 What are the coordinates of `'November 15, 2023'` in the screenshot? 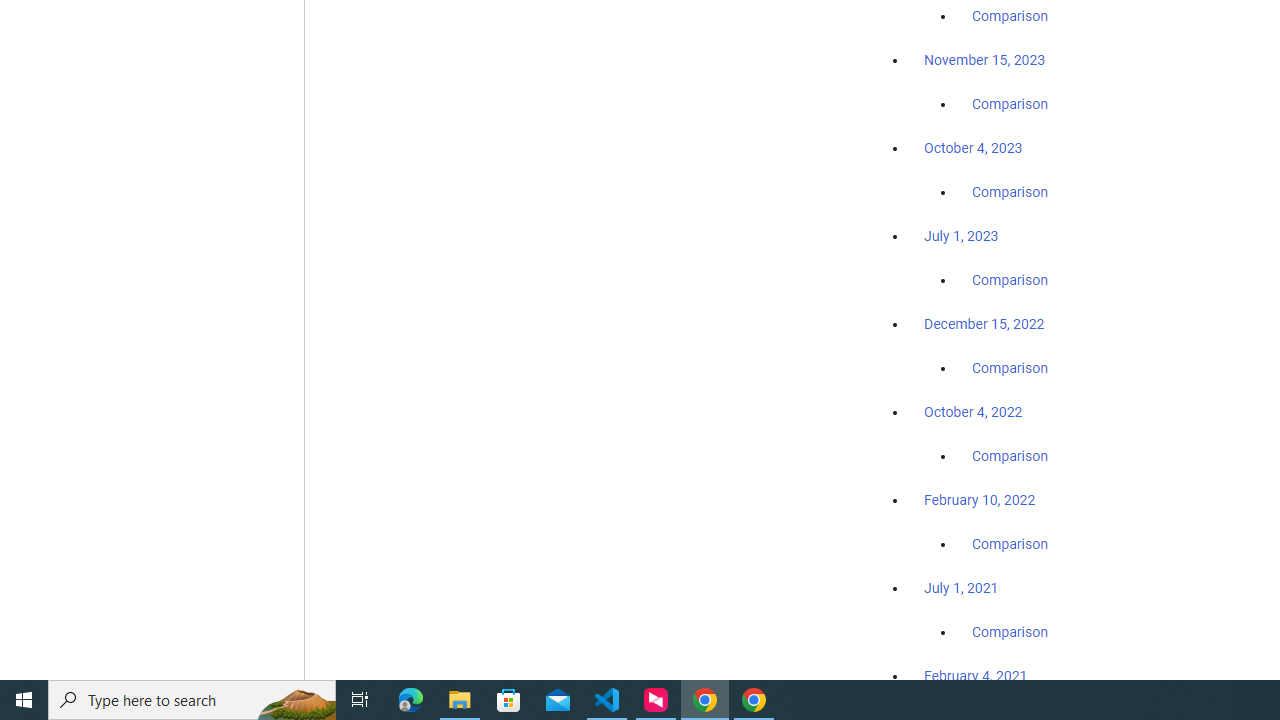 It's located at (984, 59).